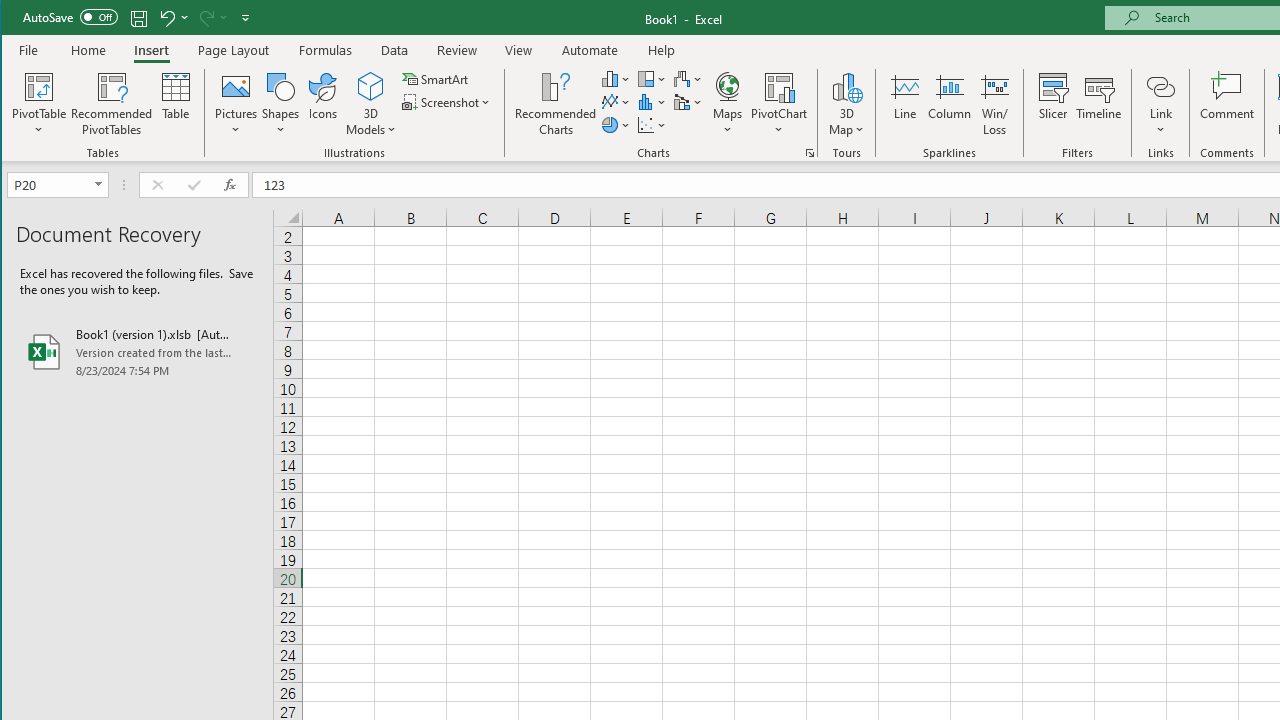 The width and height of the screenshot is (1280, 720). Describe the element at coordinates (846, 85) in the screenshot. I see `'3D Map'` at that location.